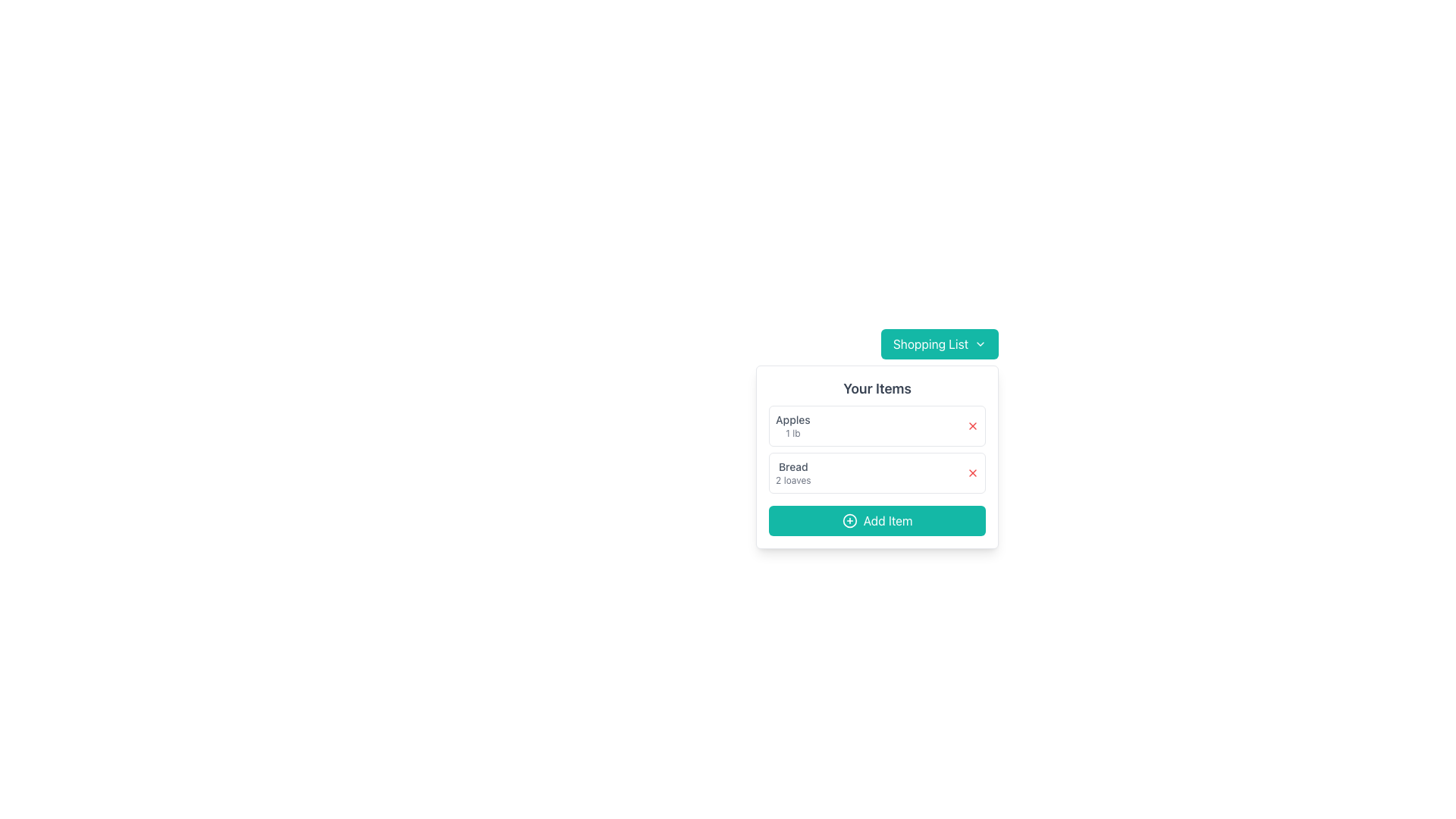  What do you see at coordinates (877, 472) in the screenshot?
I see `the details of the second item in the shopping list, which is located below 'Apples 1 lb' and above the 'Add Item' button` at bounding box center [877, 472].